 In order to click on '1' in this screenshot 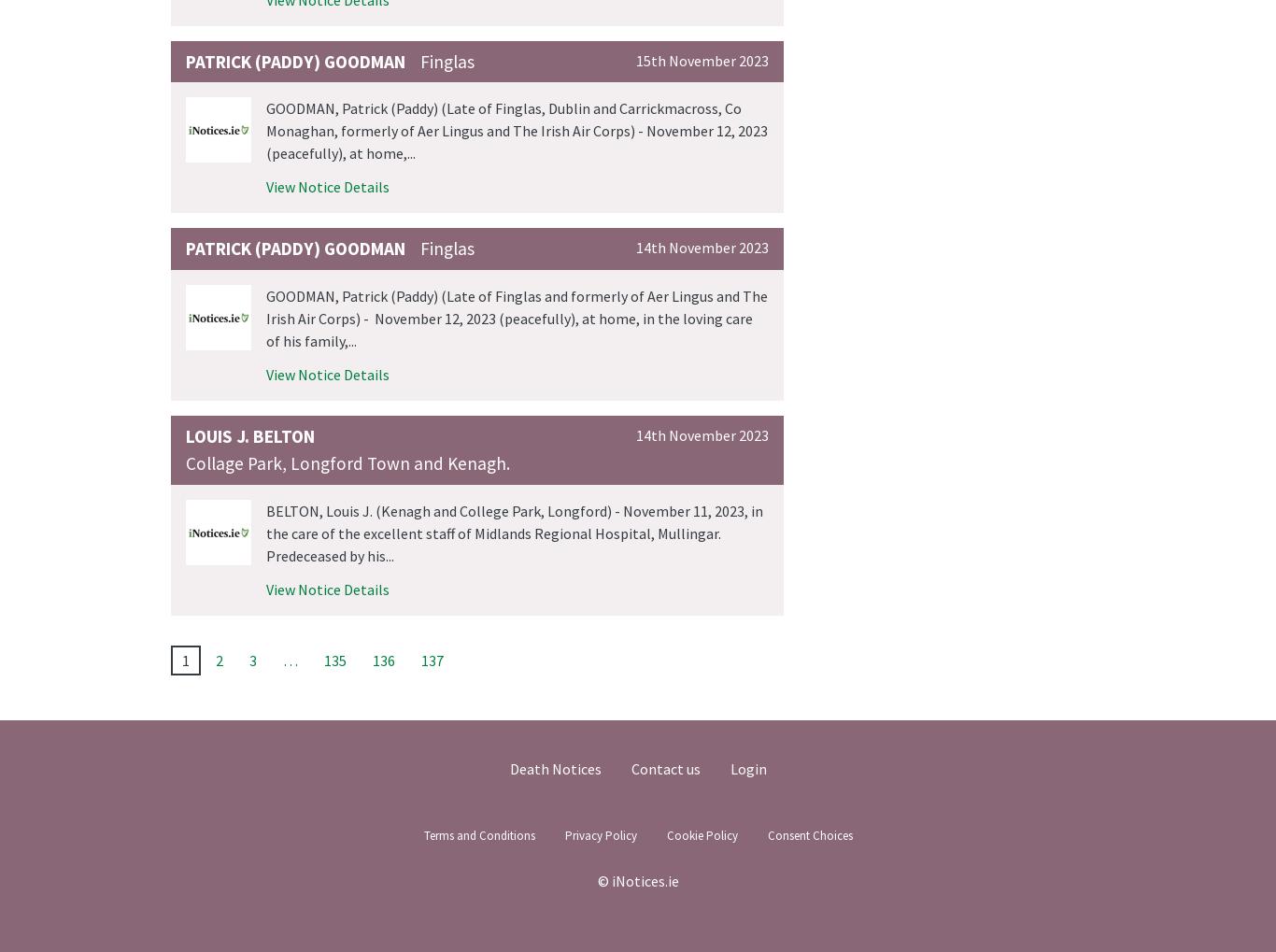, I will do `click(185, 659)`.